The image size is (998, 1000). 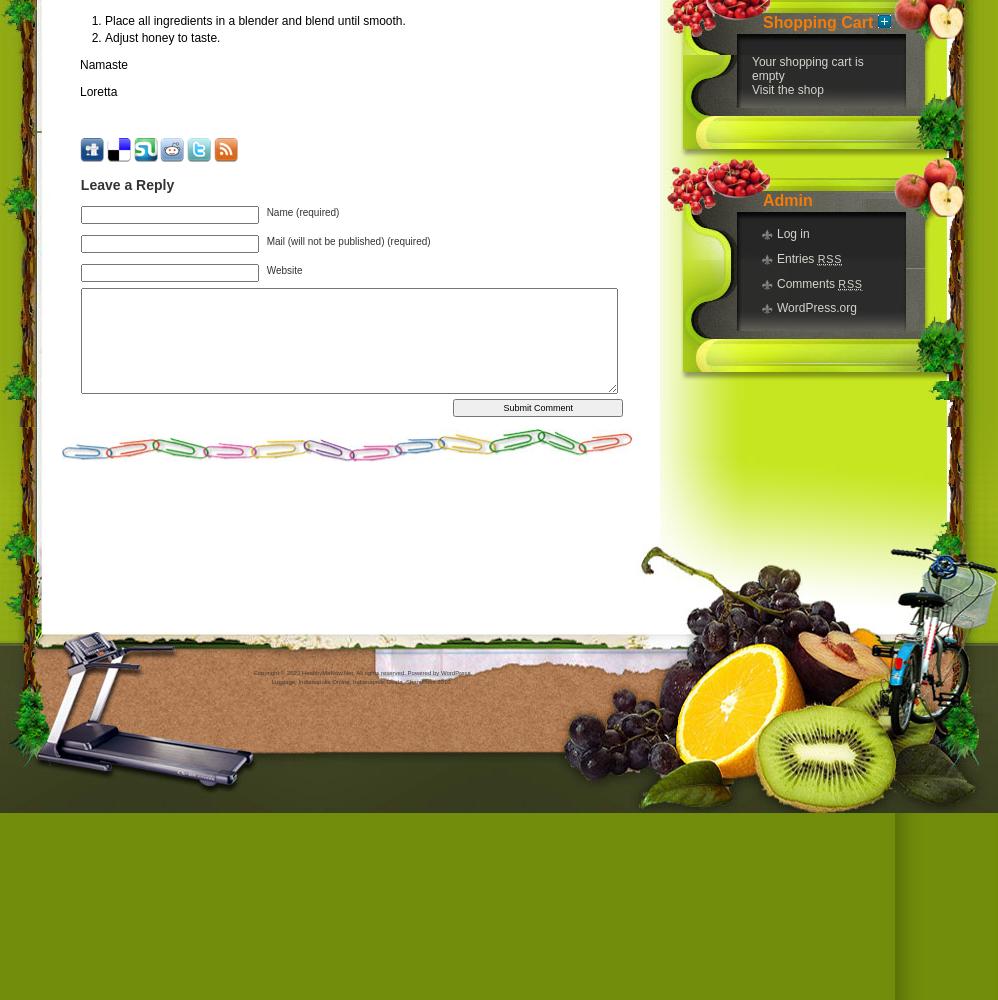 What do you see at coordinates (103, 63) in the screenshot?
I see `'Namaste'` at bounding box center [103, 63].